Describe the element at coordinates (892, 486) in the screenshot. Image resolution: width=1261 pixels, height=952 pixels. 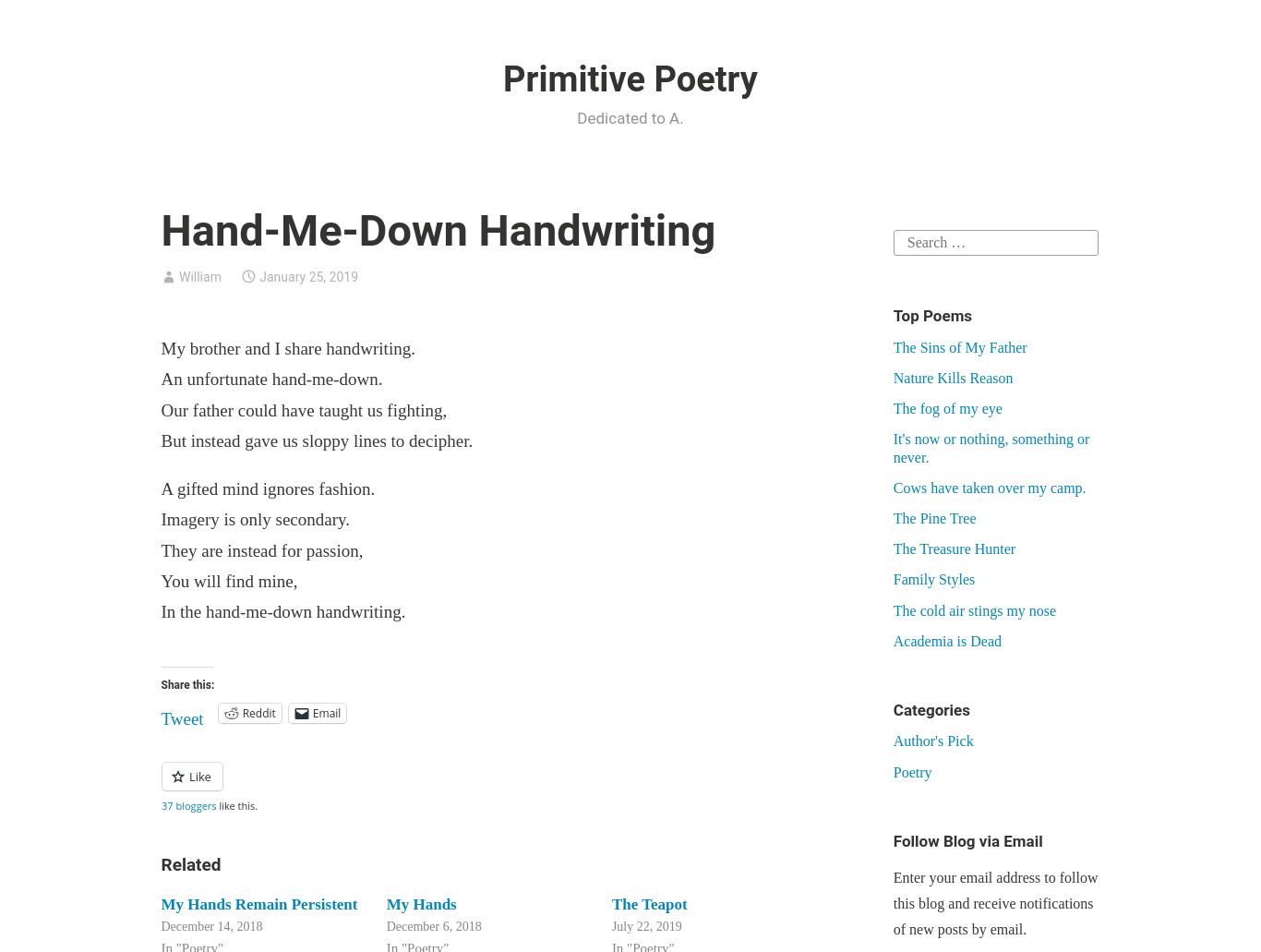
I see `'Cows have taken over my camp.'` at that location.